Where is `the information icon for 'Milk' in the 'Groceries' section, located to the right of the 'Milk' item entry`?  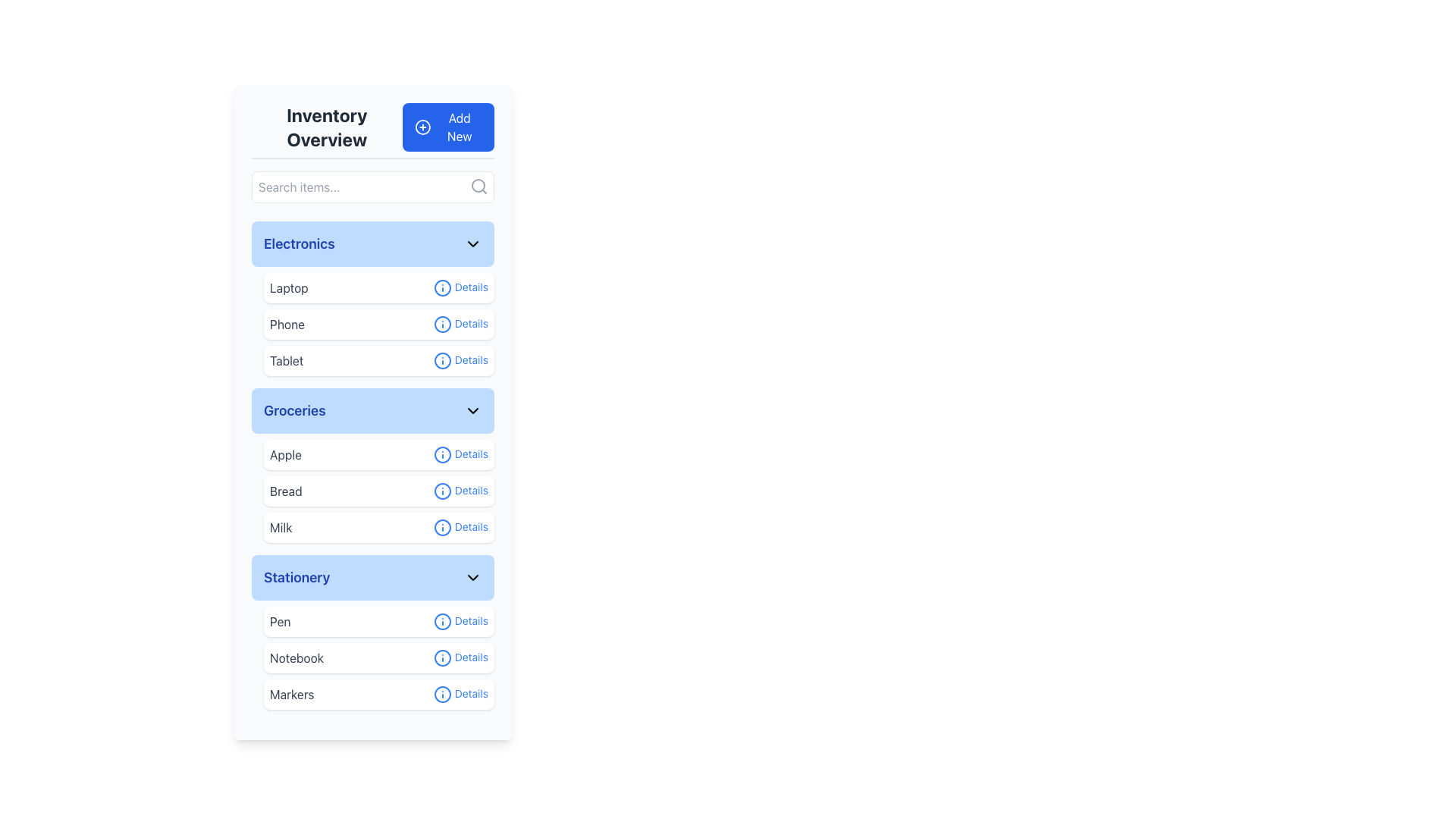 the information icon for 'Milk' in the 'Groceries' section, located to the right of the 'Milk' item entry is located at coordinates (441, 526).